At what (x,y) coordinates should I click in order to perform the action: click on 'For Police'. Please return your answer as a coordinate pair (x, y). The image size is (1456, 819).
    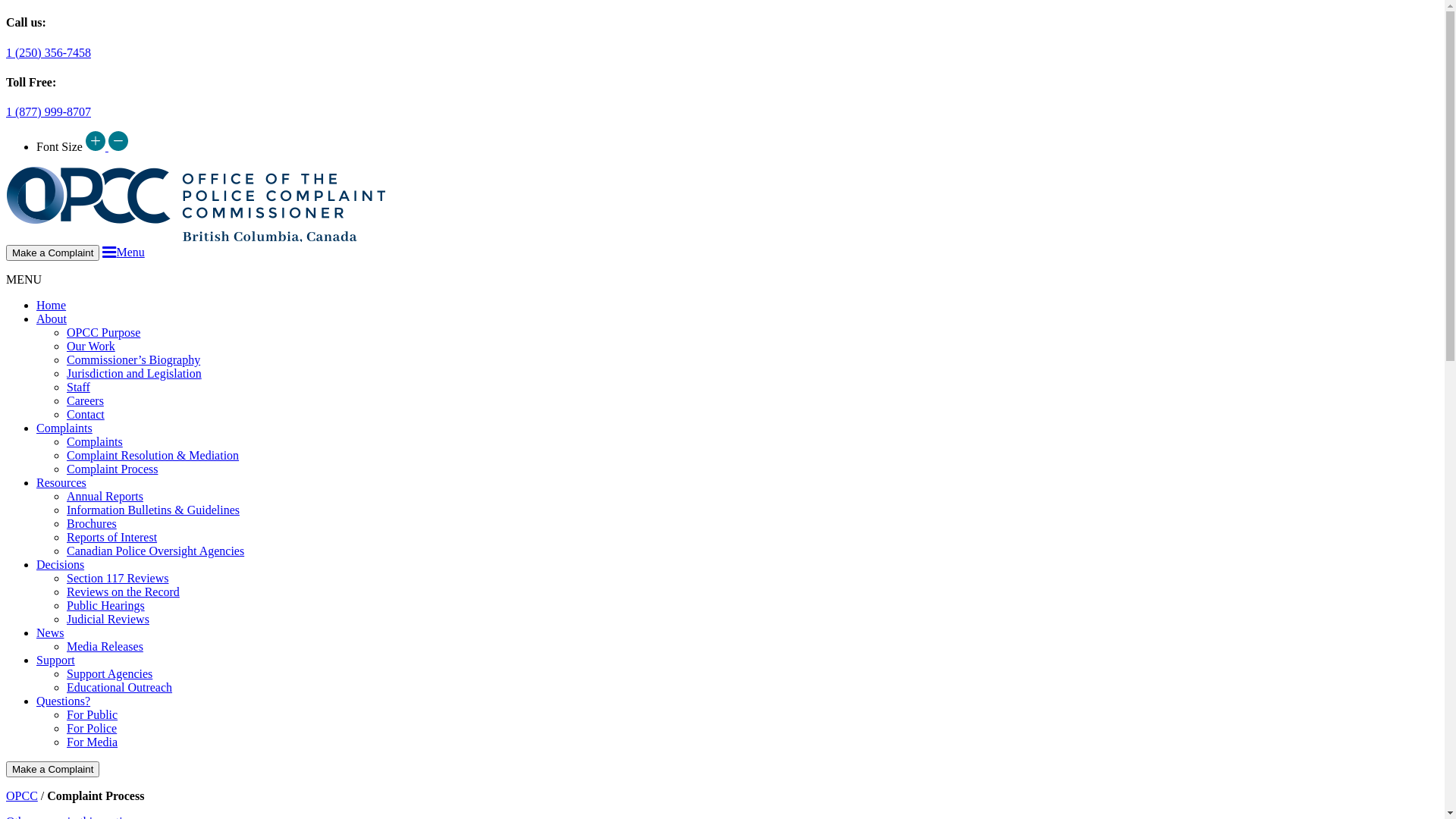
    Looking at the image, I should click on (65, 727).